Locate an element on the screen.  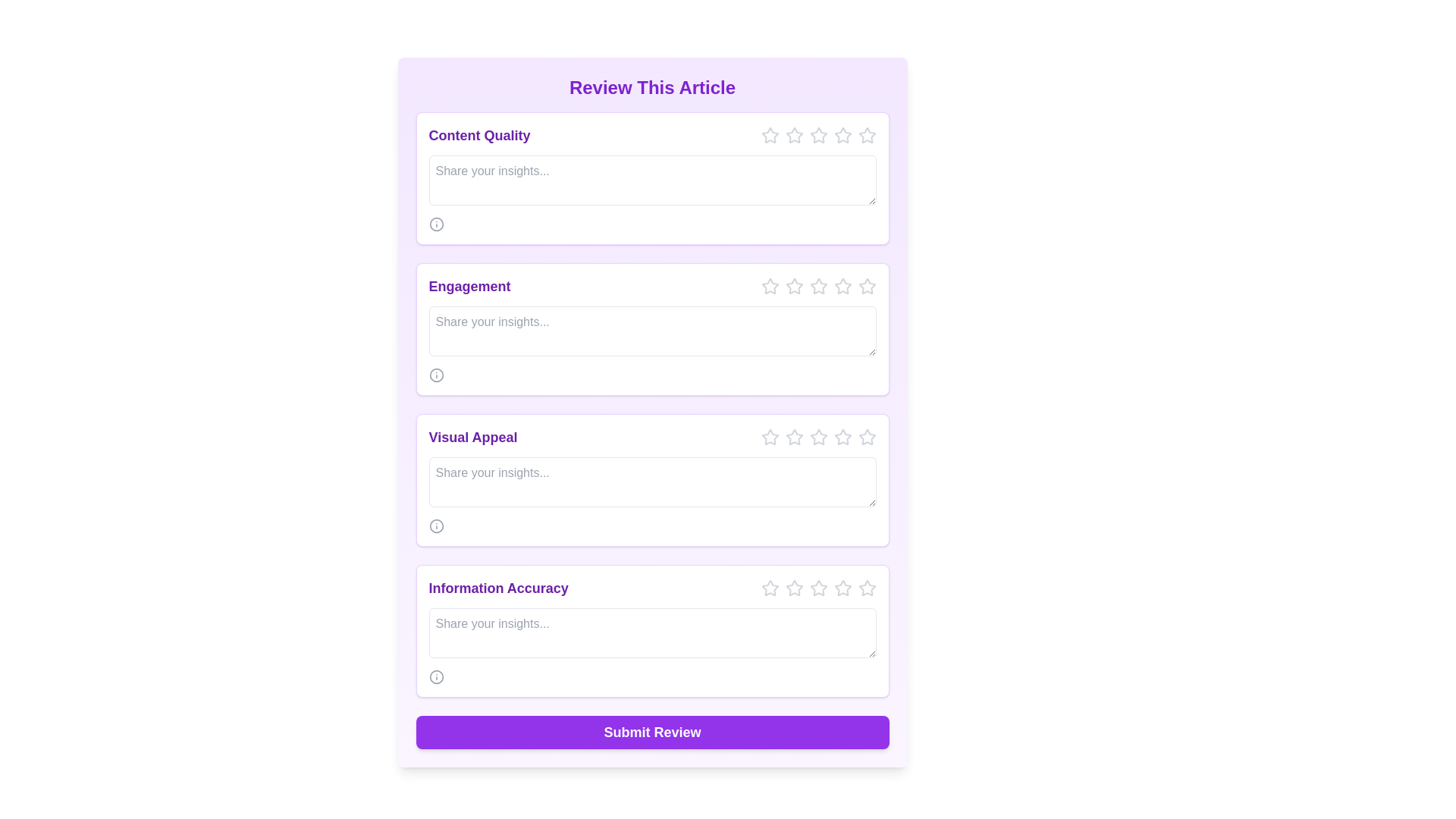
the fifth star-shaped icon in the sequence of star rating icons to rate the content quality is located at coordinates (867, 134).